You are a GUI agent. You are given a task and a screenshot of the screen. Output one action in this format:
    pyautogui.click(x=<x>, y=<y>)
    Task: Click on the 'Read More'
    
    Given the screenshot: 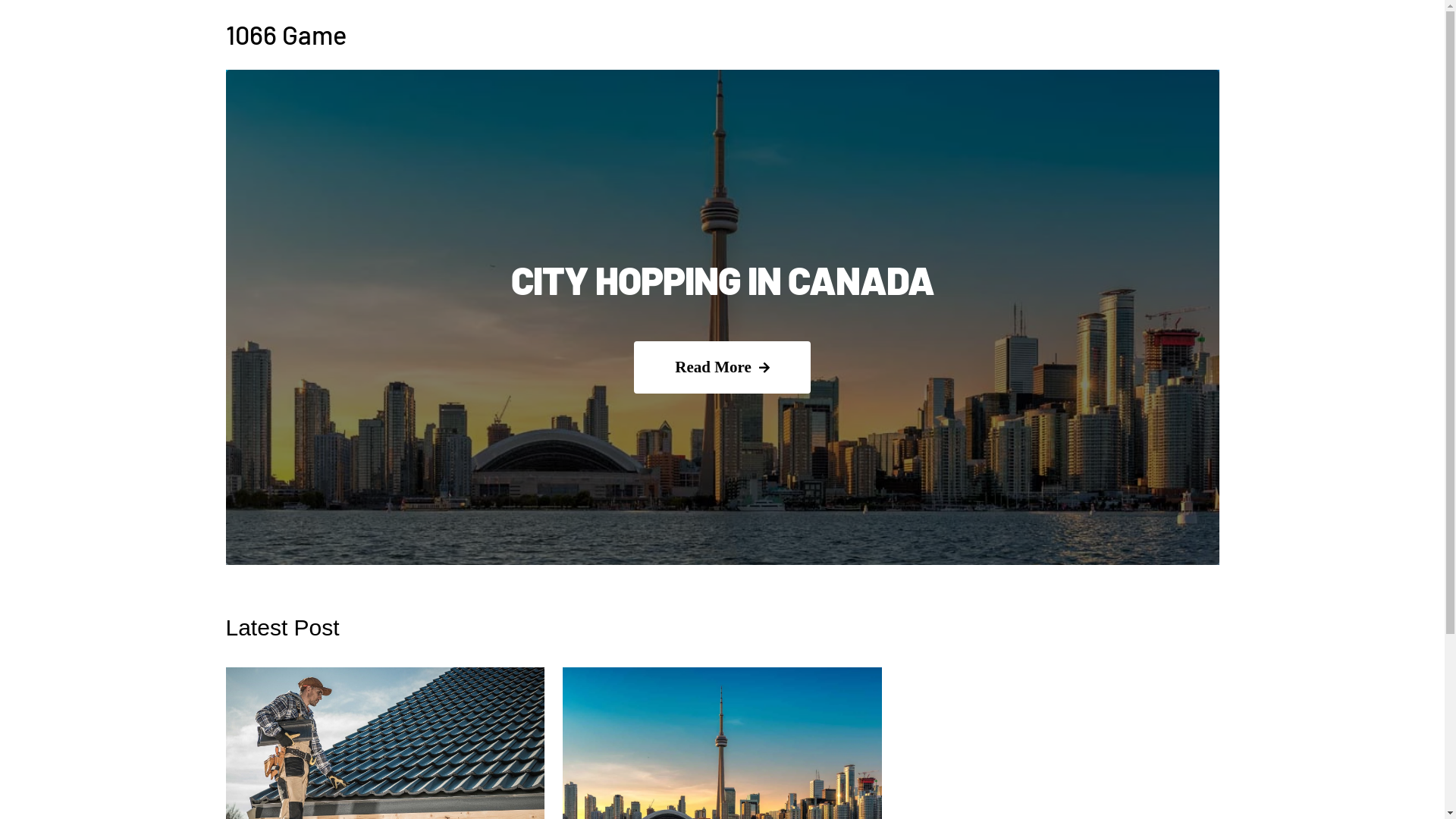 What is the action you would take?
    pyautogui.click(x=721, y=367)
    